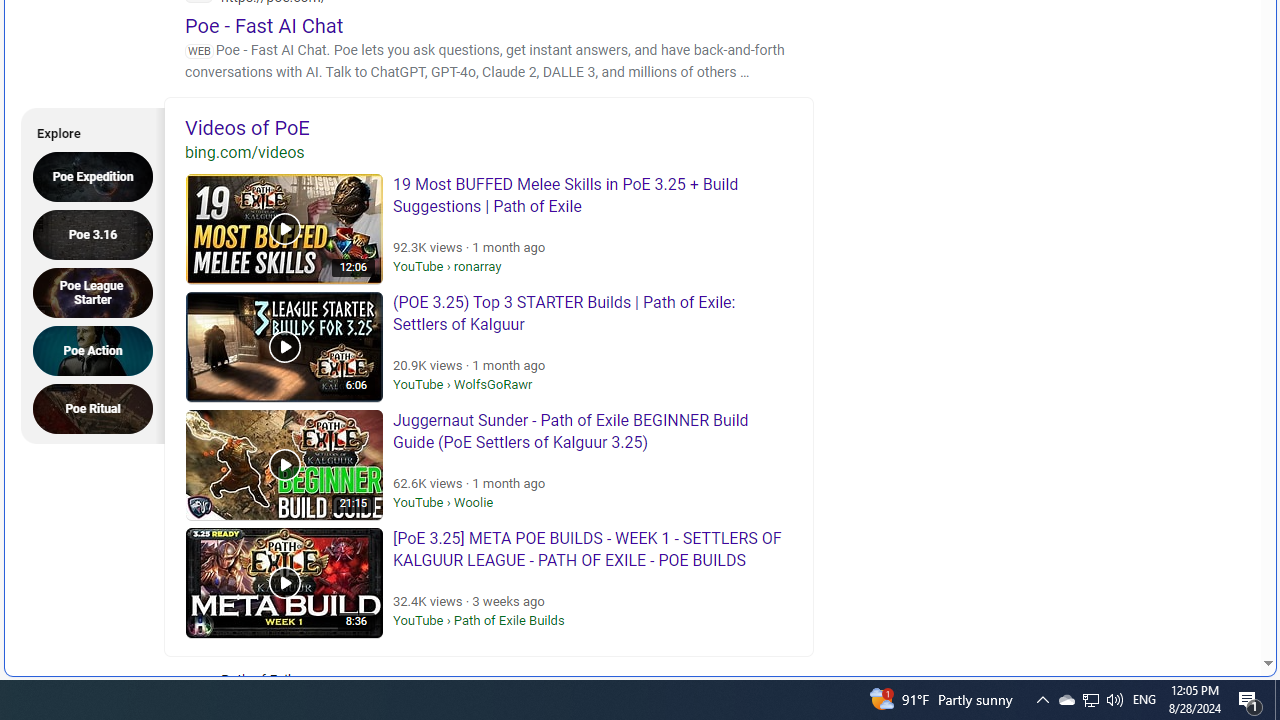  What do you see at coordinates (98, 349) in the screenshot?
I see `'Poe Action'` at bounding box center [98, 349].